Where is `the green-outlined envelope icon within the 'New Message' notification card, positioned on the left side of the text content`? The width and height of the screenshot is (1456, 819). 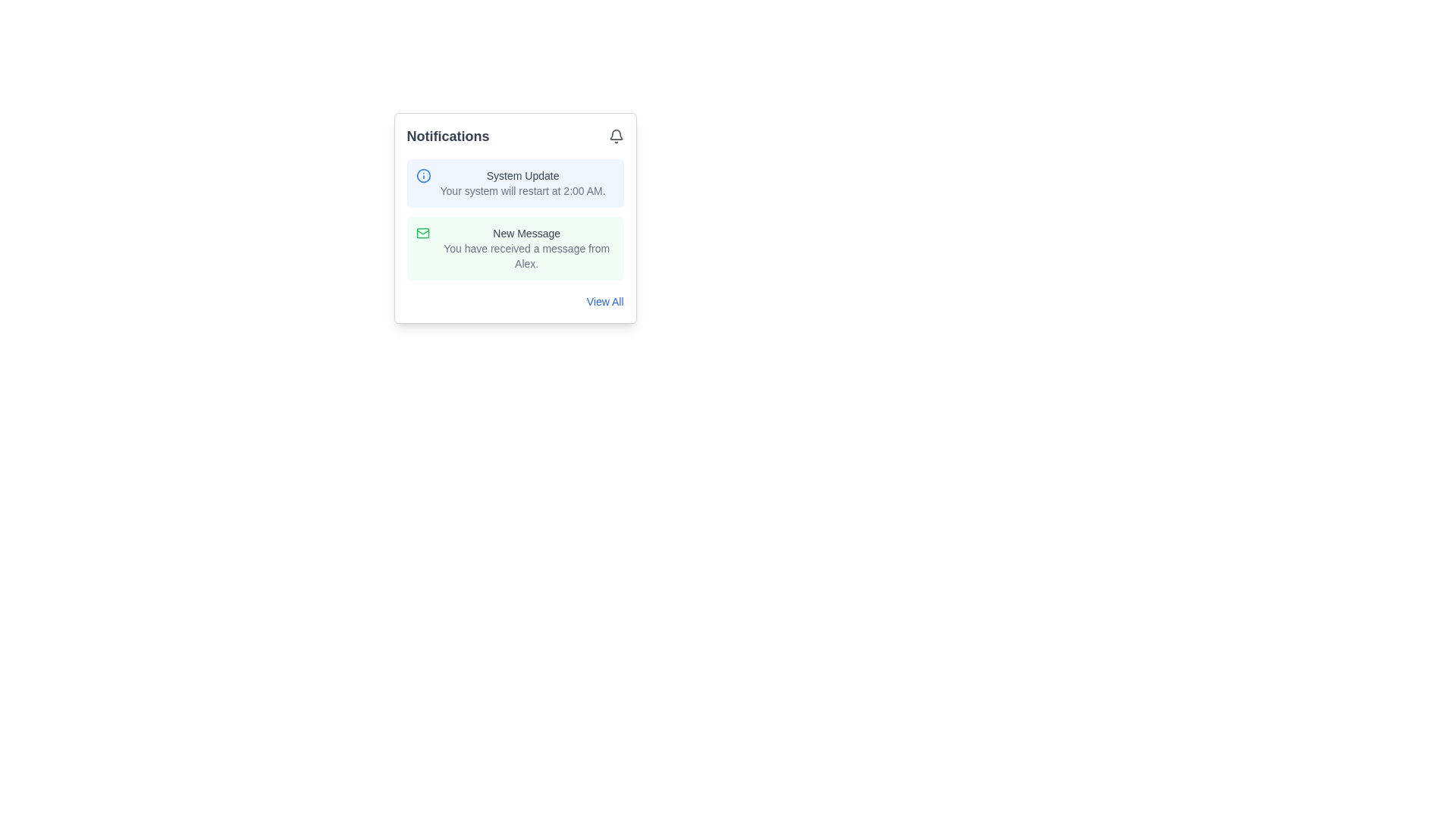 the green-outlined envelope icon within the 'New Message' notification card, positioned on the left side of the text content is located at coordinates (422, 234).